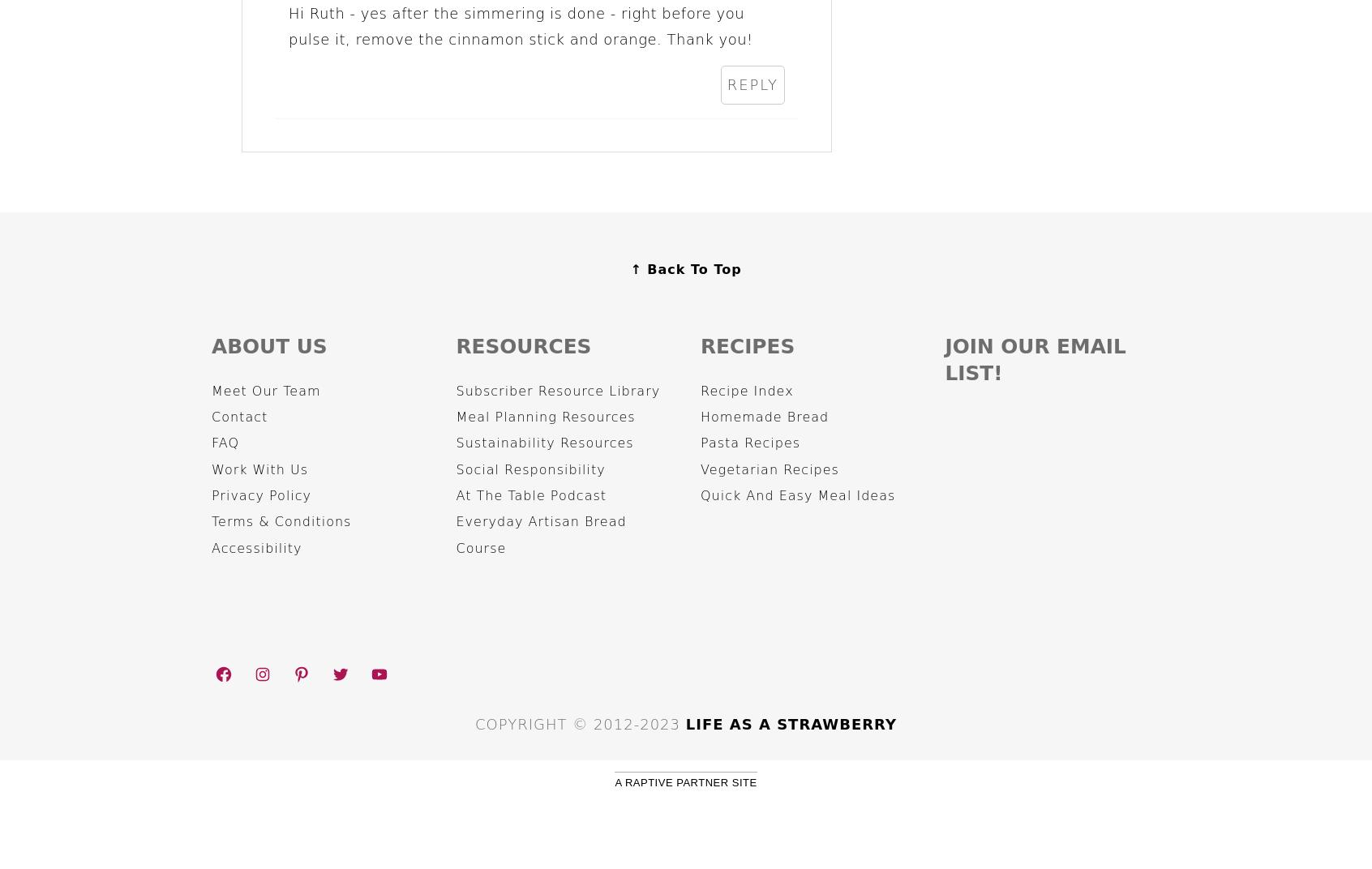  Describe the element at coordinates (225, 442) in the screenshot. I see `'FAQ'` at that location.